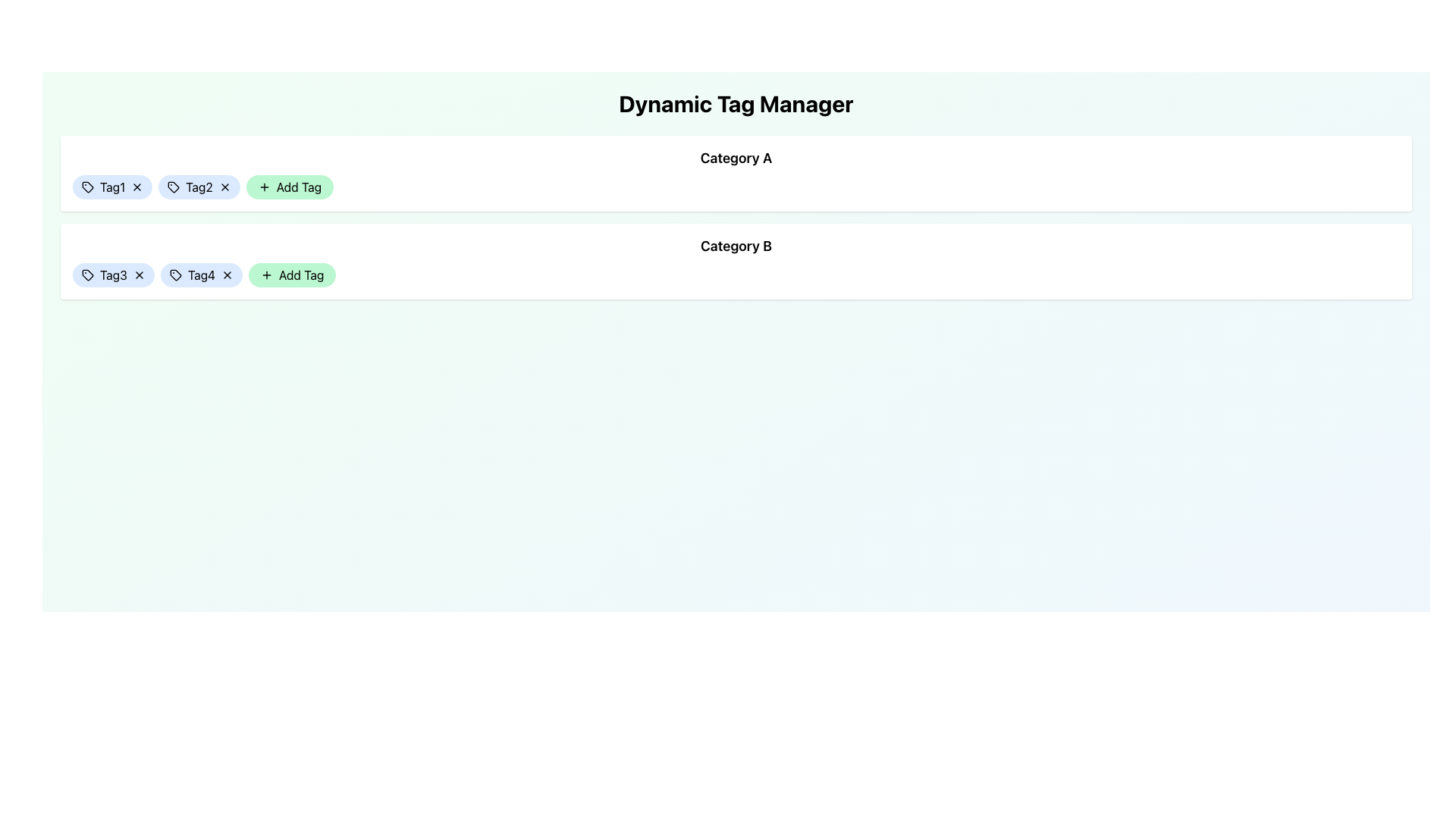  I want to click on the dark gray price tag icon located to the left of the 'Tag3' pill-shaped button in the 'Category B' section, so click(86, 275).